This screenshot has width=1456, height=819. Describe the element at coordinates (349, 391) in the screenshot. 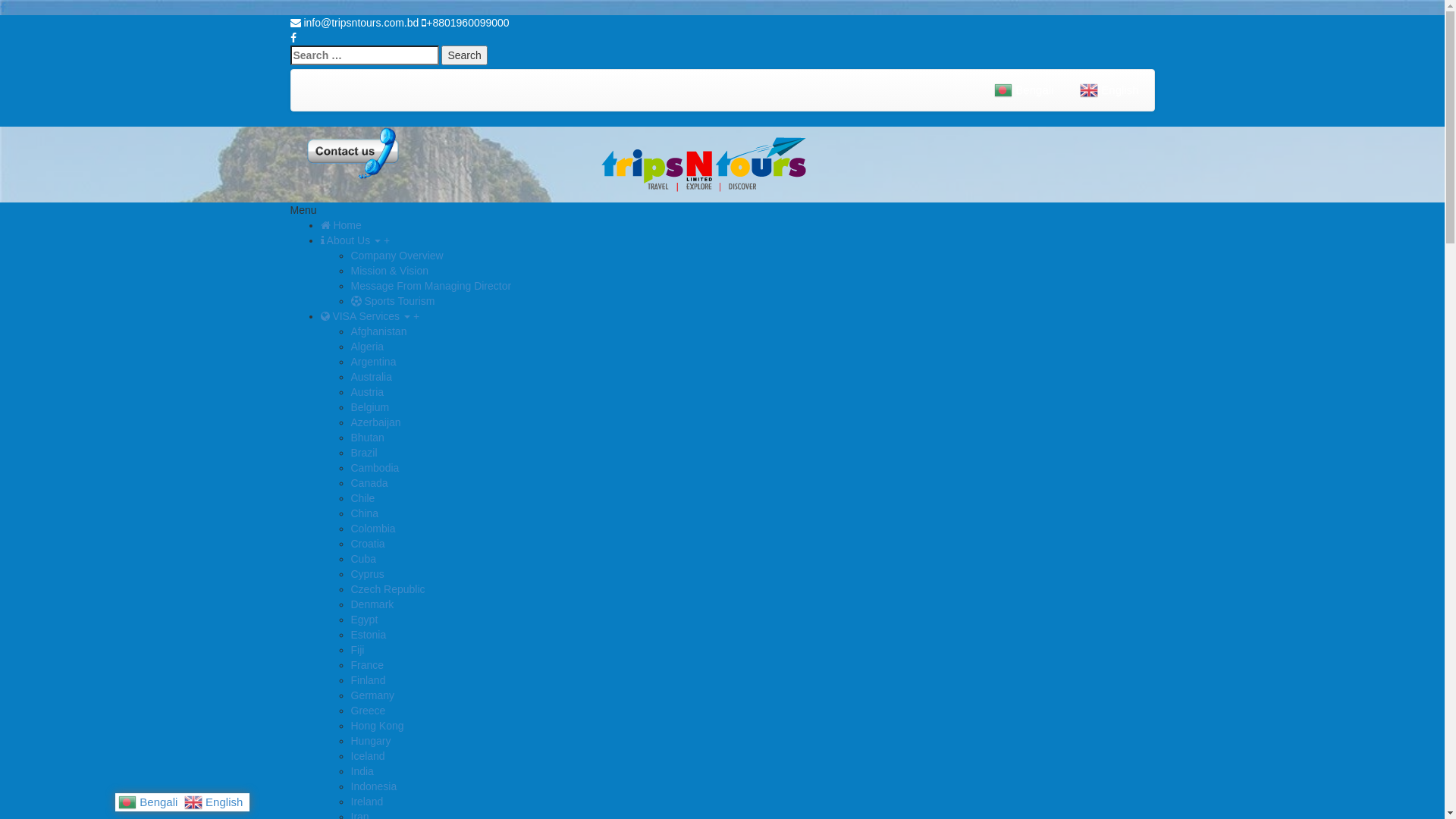

I see `'Austria'` at that location.